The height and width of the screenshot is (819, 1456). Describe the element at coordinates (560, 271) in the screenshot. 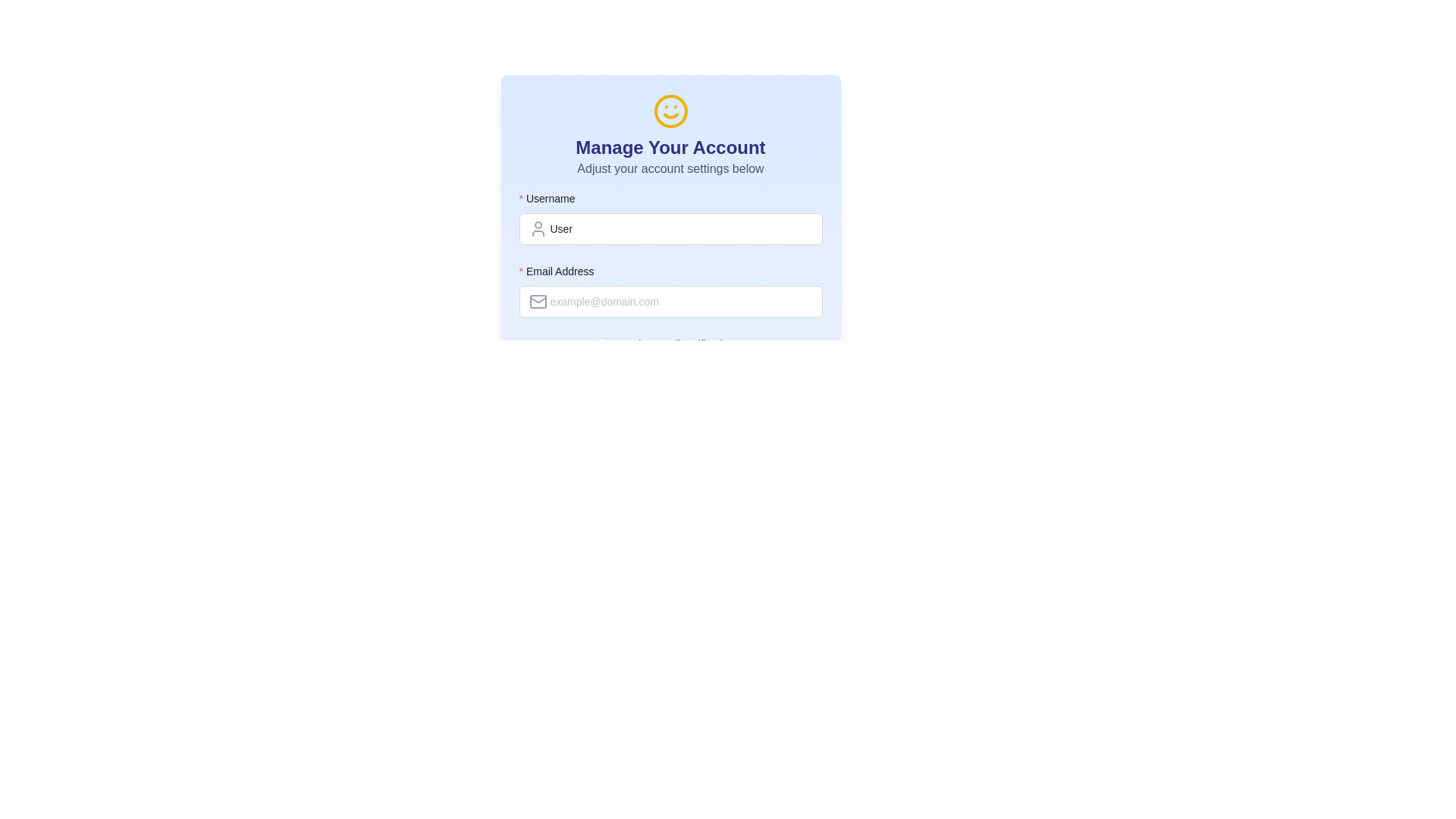

I see `the 'Email Address' static text label, which includes a red asterisk indicating a required field, positioned above the associated input field in the form layout` at that location.